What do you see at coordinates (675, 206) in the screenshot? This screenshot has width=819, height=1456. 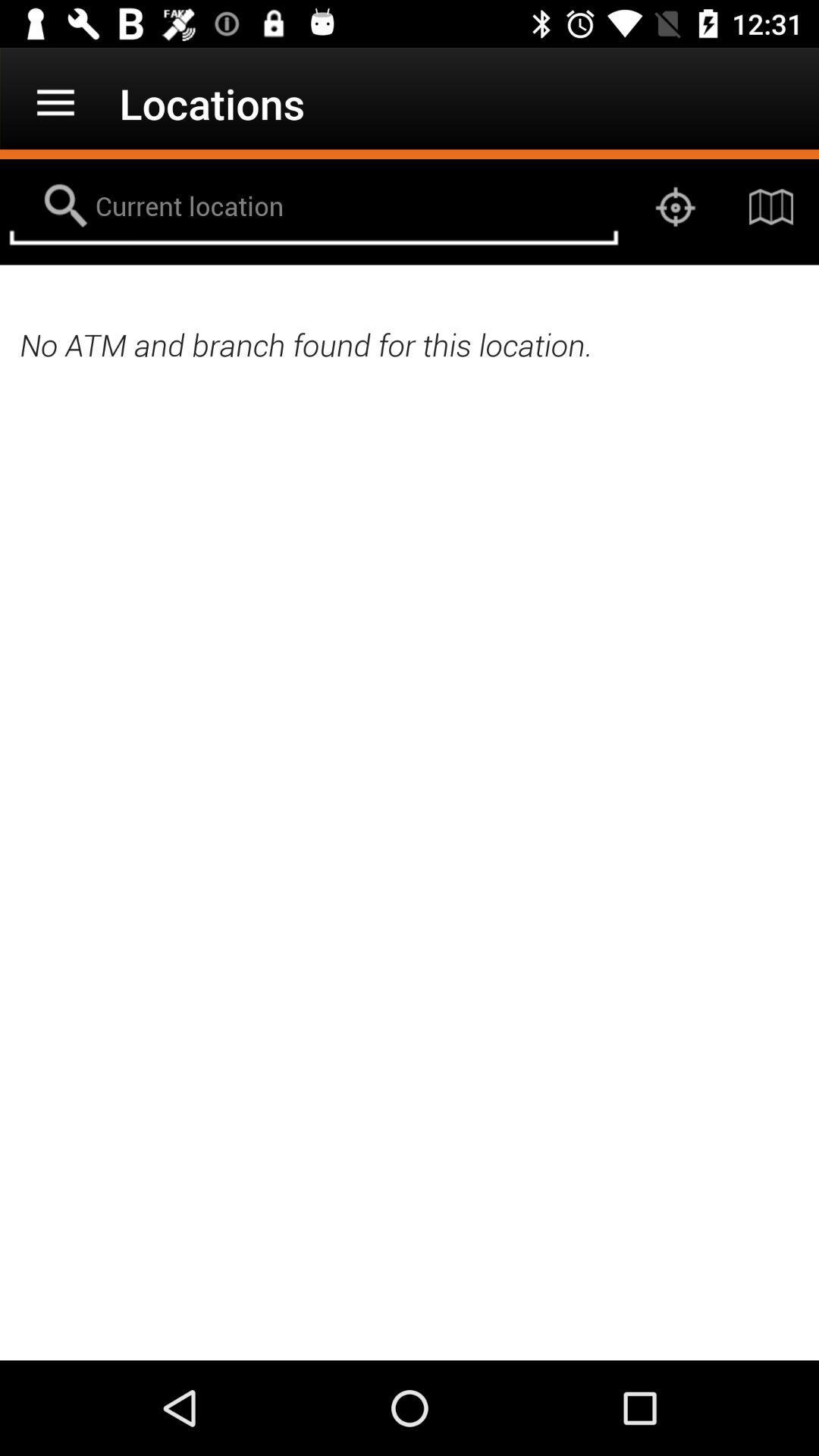 I see `the location_crosshair icon` at bounding box center [675, 206].